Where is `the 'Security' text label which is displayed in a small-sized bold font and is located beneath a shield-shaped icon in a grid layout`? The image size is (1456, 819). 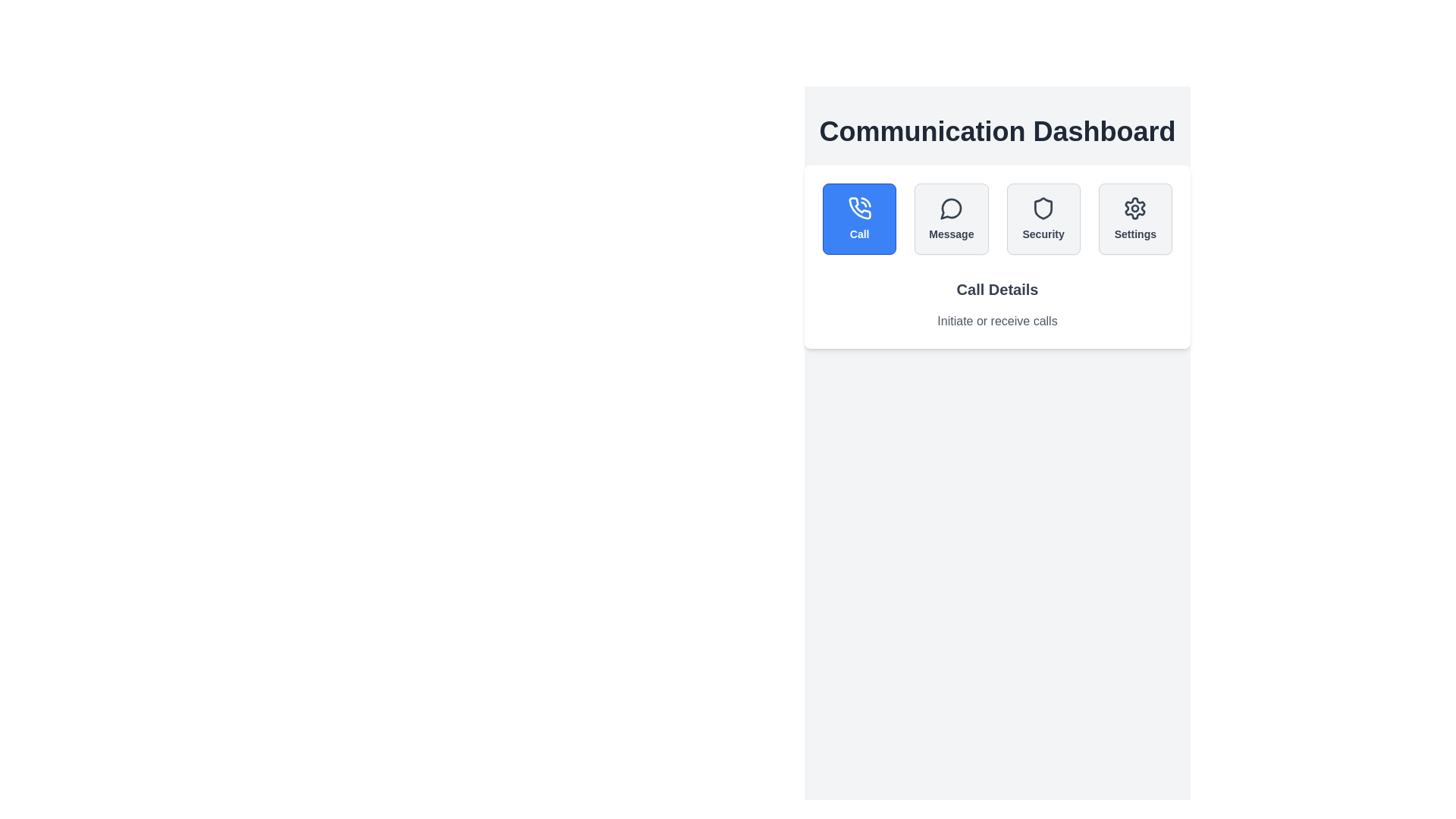
the 'Security' text label which is displayed in a small-sized bold font and is located beneath a shield-shaped icon in a grid layout is located at coordinates (1043, 234).